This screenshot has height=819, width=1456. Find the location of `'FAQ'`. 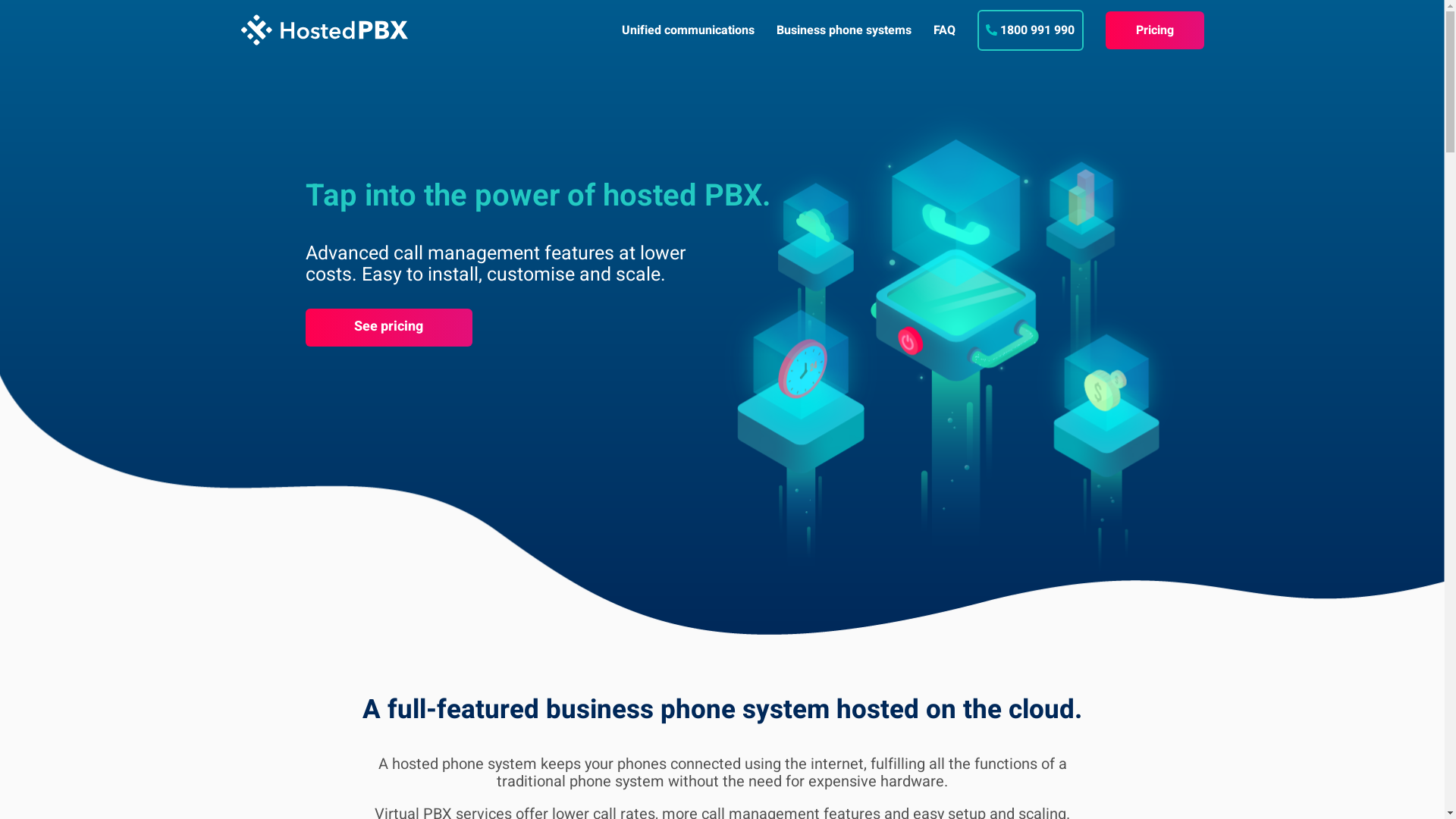

'FAQ' is located at coordinates (943, 30).